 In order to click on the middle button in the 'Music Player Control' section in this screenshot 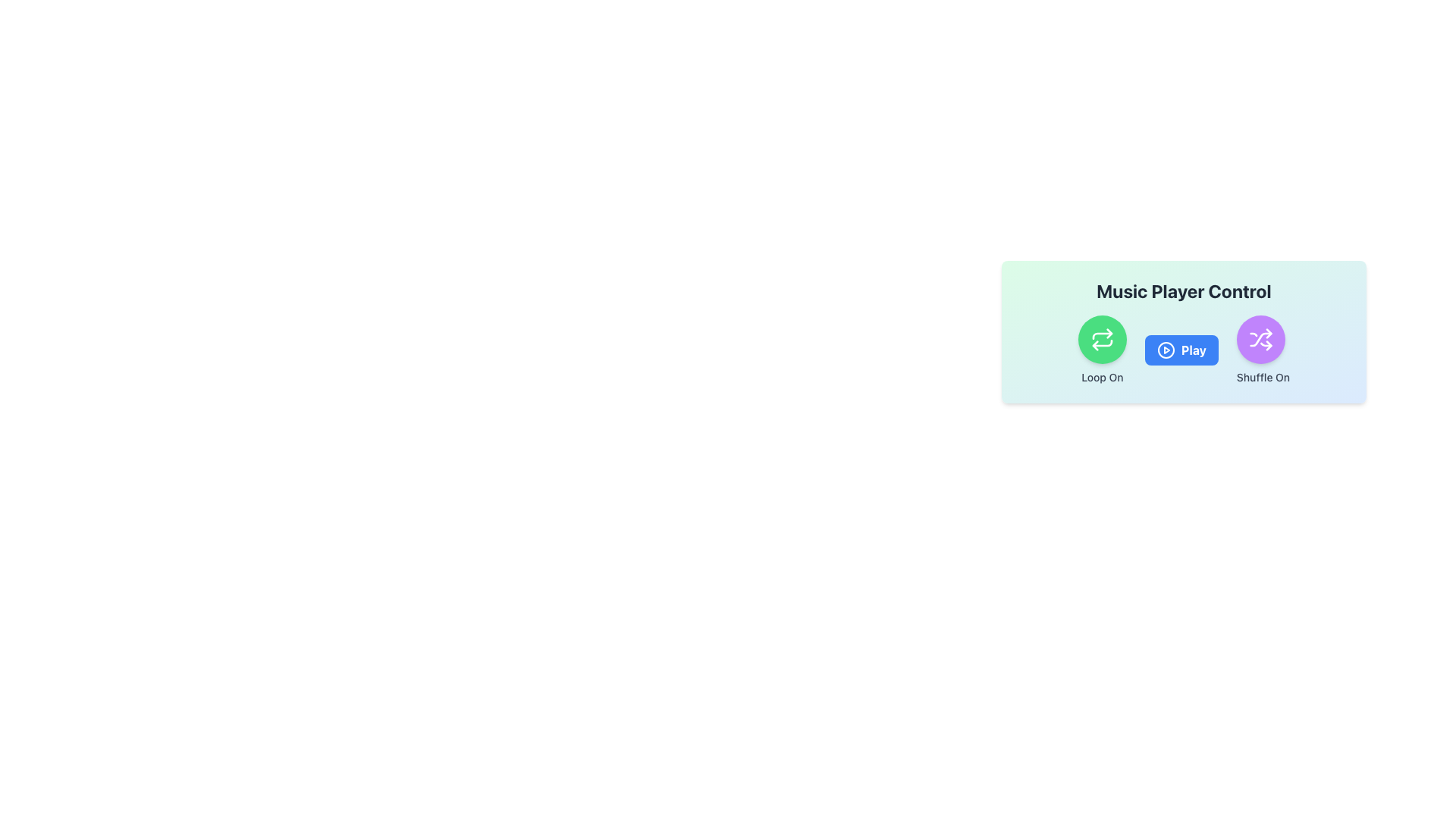, I will do `click(1183, 350)`.